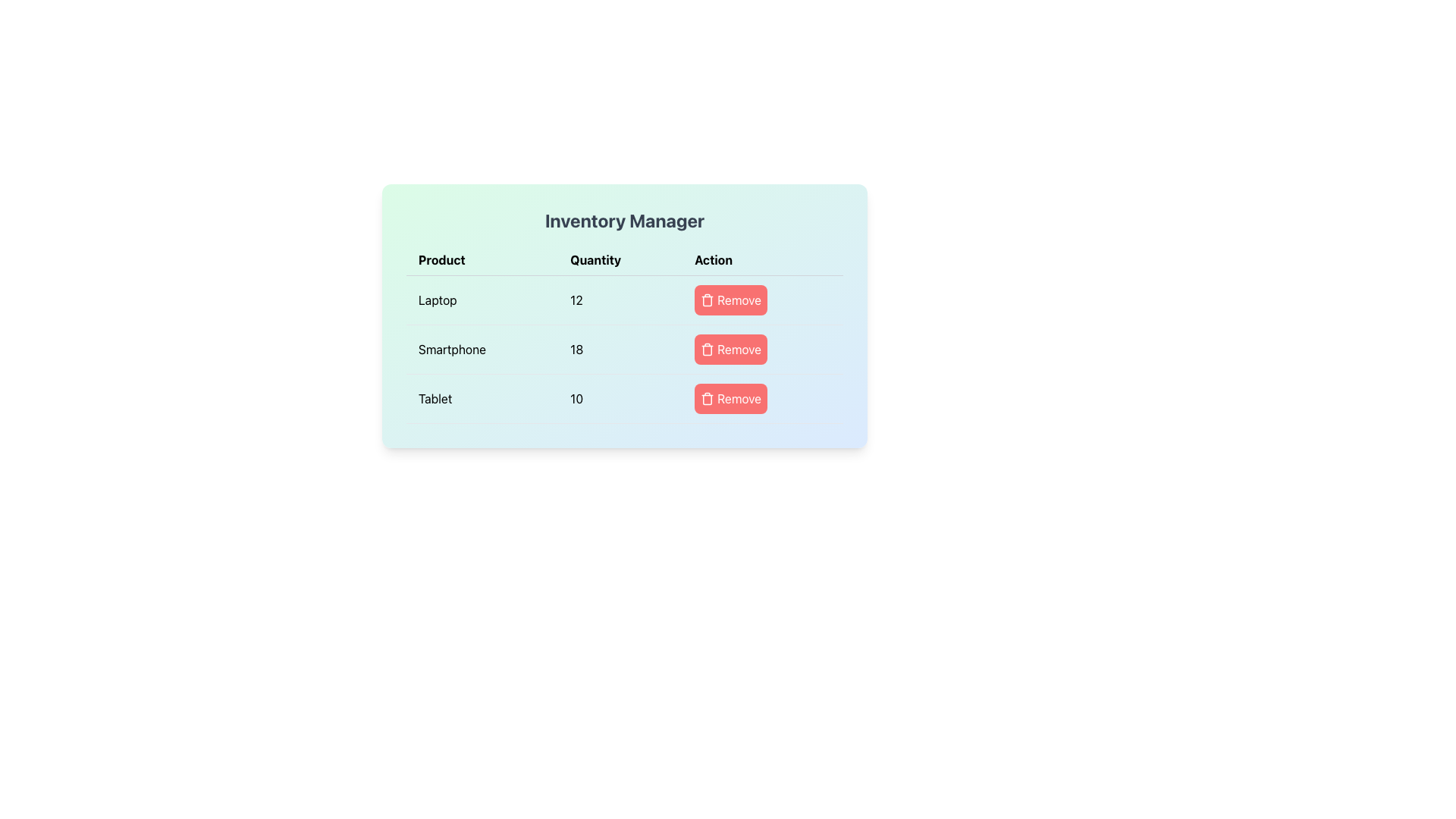  I want to click on the 'Remove' button with a red background and trash icon in the 'Action' column of the table for the item 'Laptop', so click(731, 300).